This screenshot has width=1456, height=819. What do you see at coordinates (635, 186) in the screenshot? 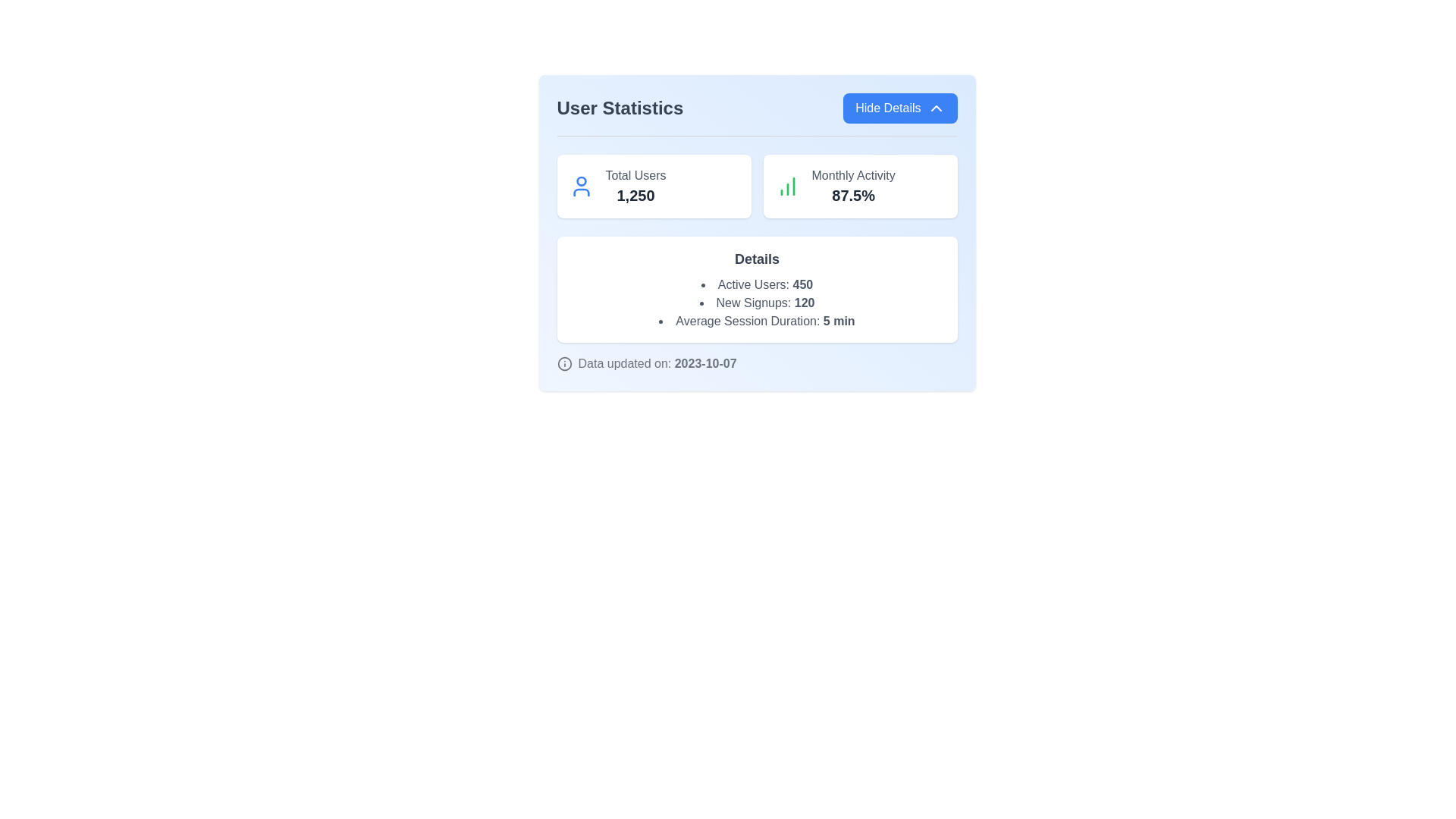
I see `the Text Display element showing 'Total Users' with the number '1,250' in a bold, larger font, located at the top-left corner of a metric card` at bounding box center [635, 186].